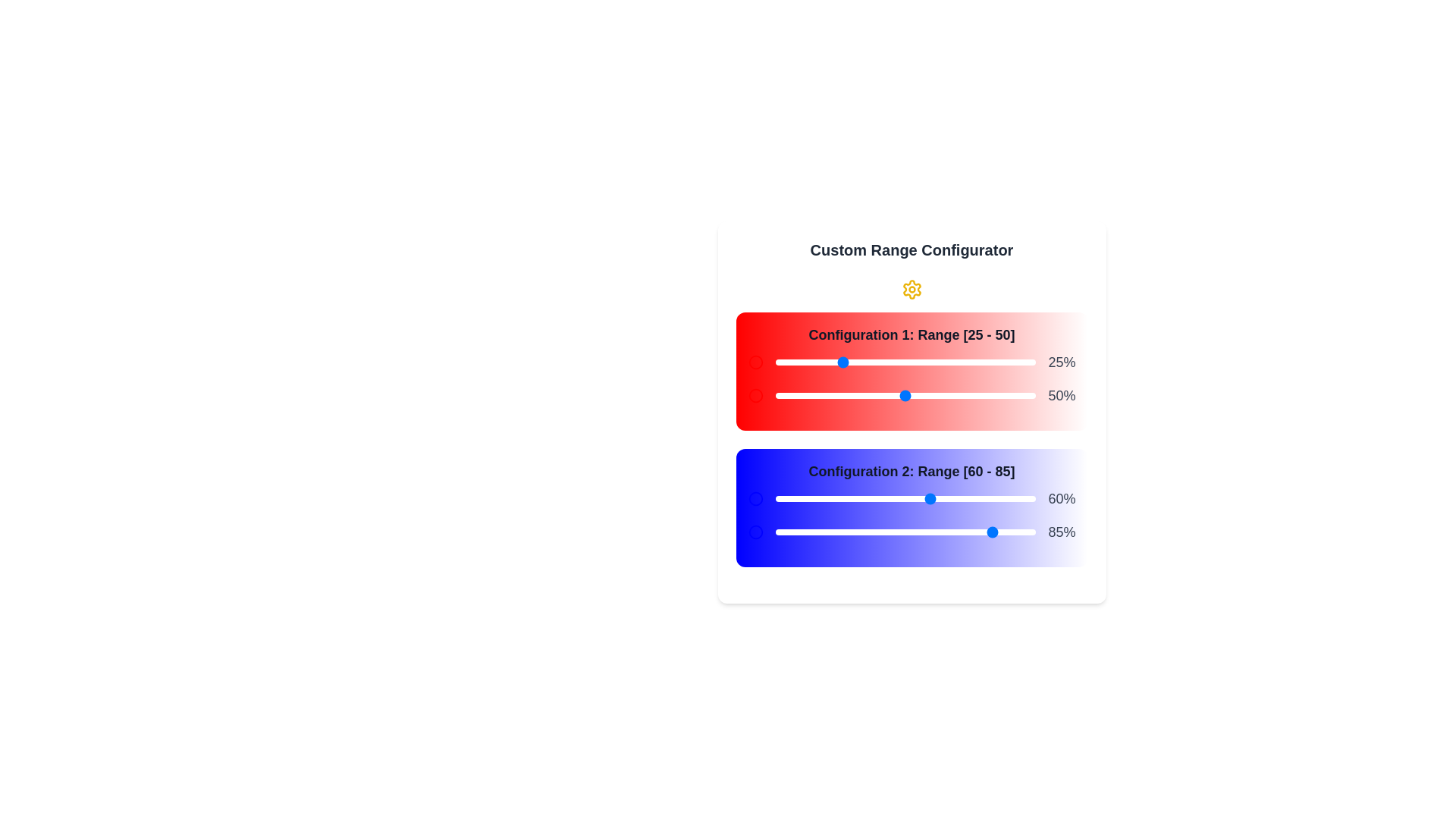 This screenshot has width=1456, height=819. Describe the element at coordinates (780, 362) in the screenshot. I see `the slider for Configuration 1 to set the value to 2%` at that location.